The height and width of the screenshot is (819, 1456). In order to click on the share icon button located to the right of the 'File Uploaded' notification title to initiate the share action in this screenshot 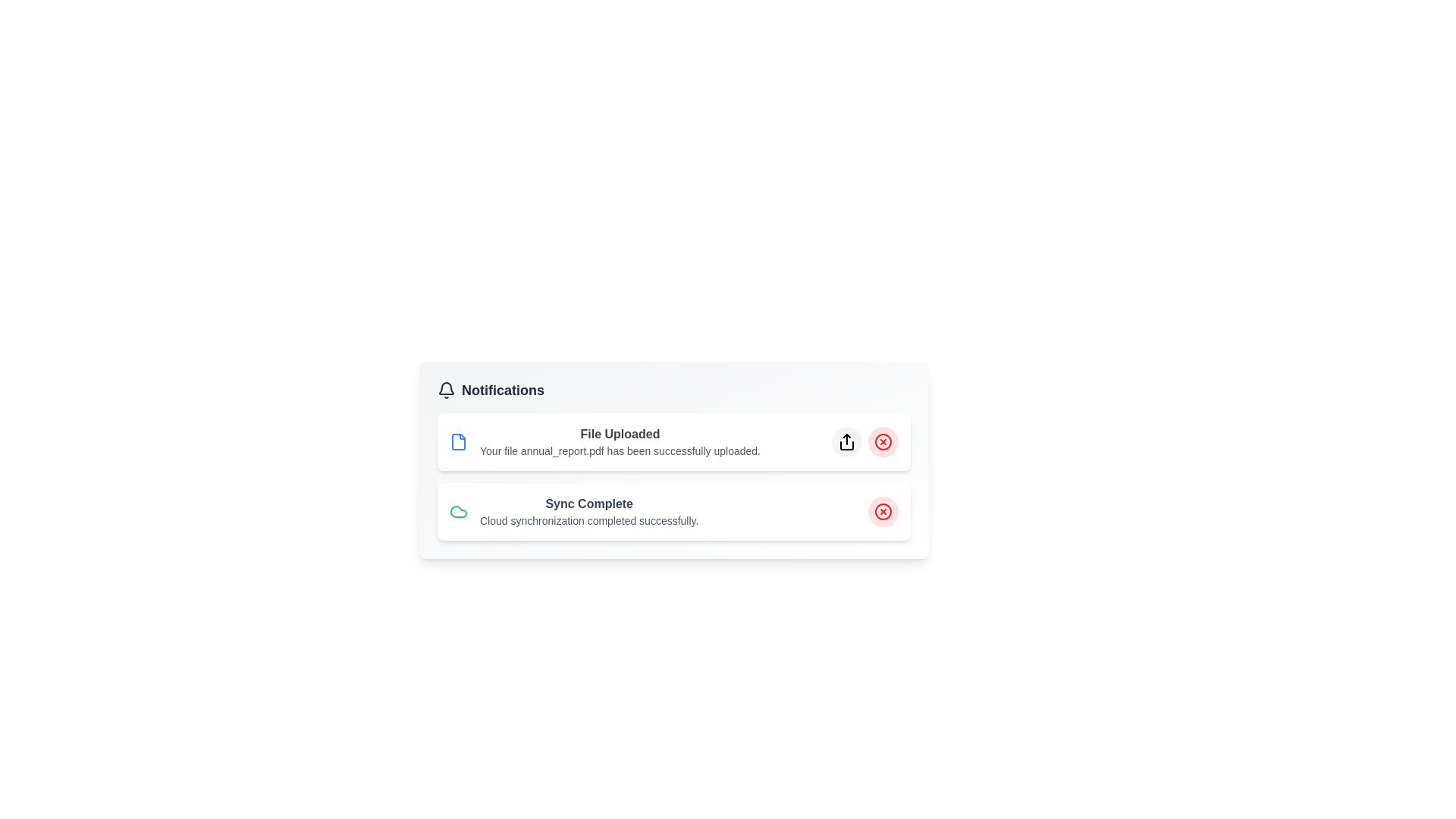, I will do `click(846, 441)`.